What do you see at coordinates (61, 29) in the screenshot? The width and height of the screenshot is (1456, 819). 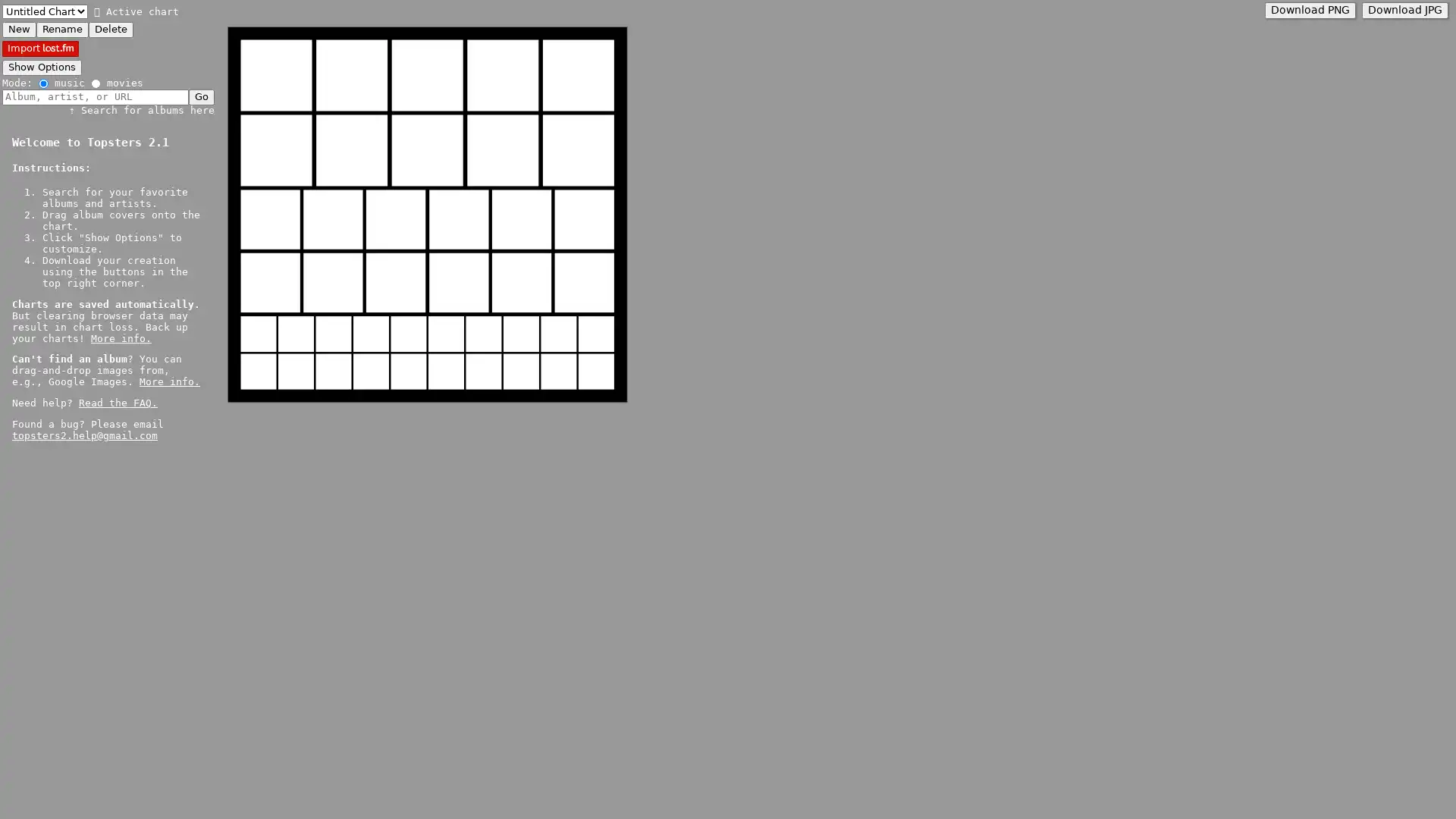 I see `Rename` at bounding box center [61, 29].